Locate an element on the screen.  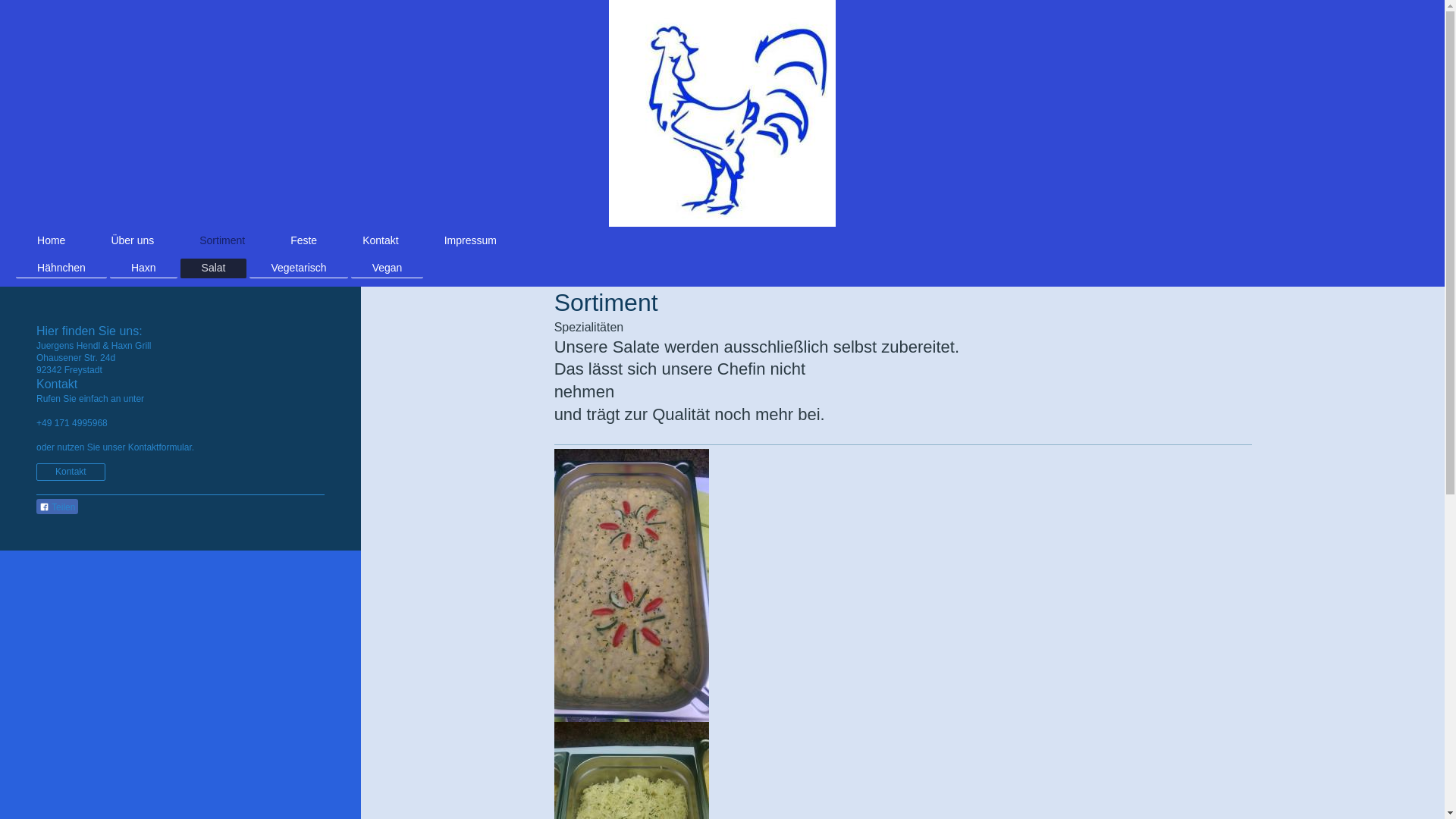
'Teilen' is located at coordinates (57, 506).